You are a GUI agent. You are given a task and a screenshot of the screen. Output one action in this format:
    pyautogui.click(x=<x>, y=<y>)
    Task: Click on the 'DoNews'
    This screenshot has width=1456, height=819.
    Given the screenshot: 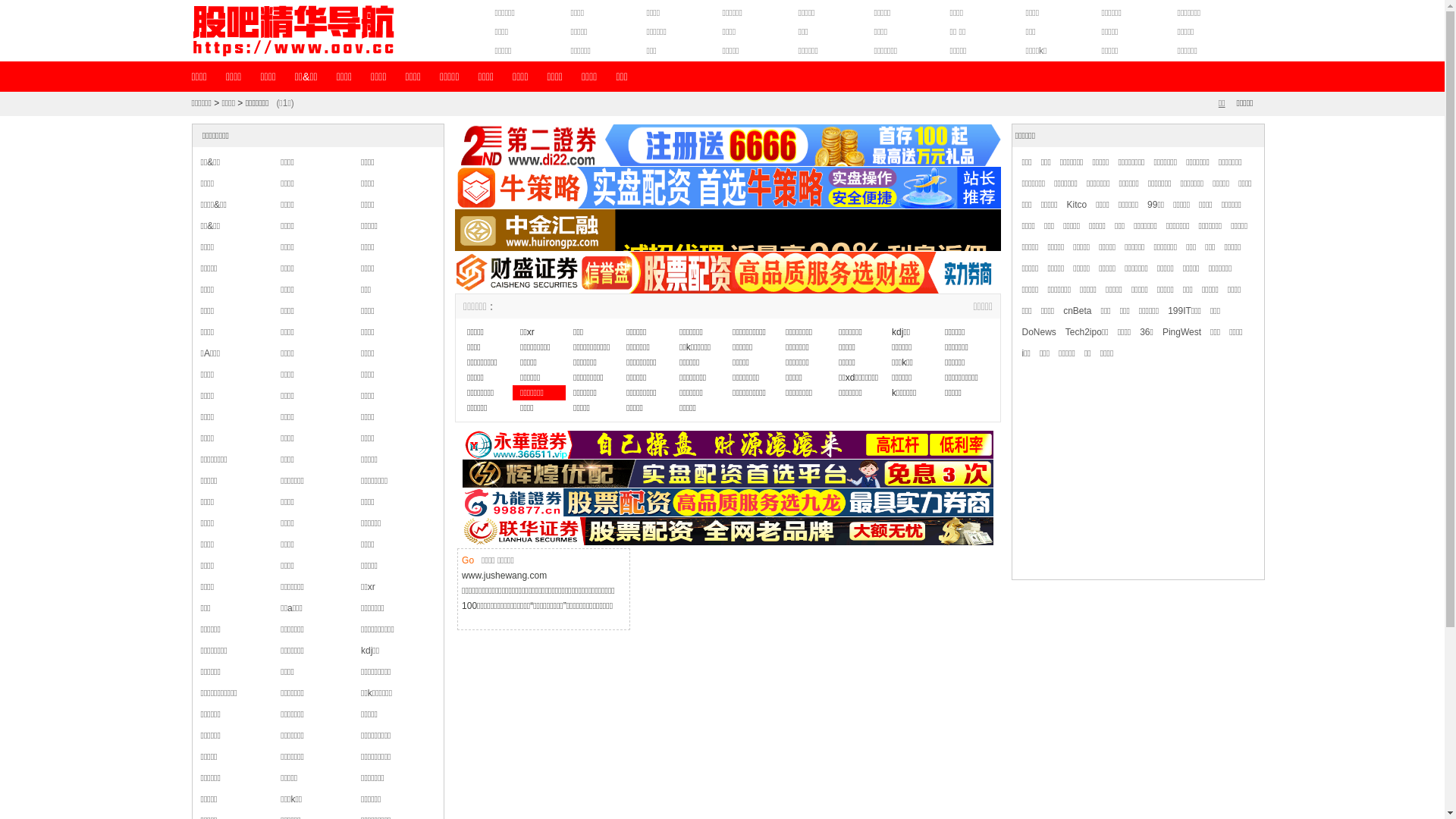 What is the action you would take?
    pyautogui.click(x=1037, y=331)
    